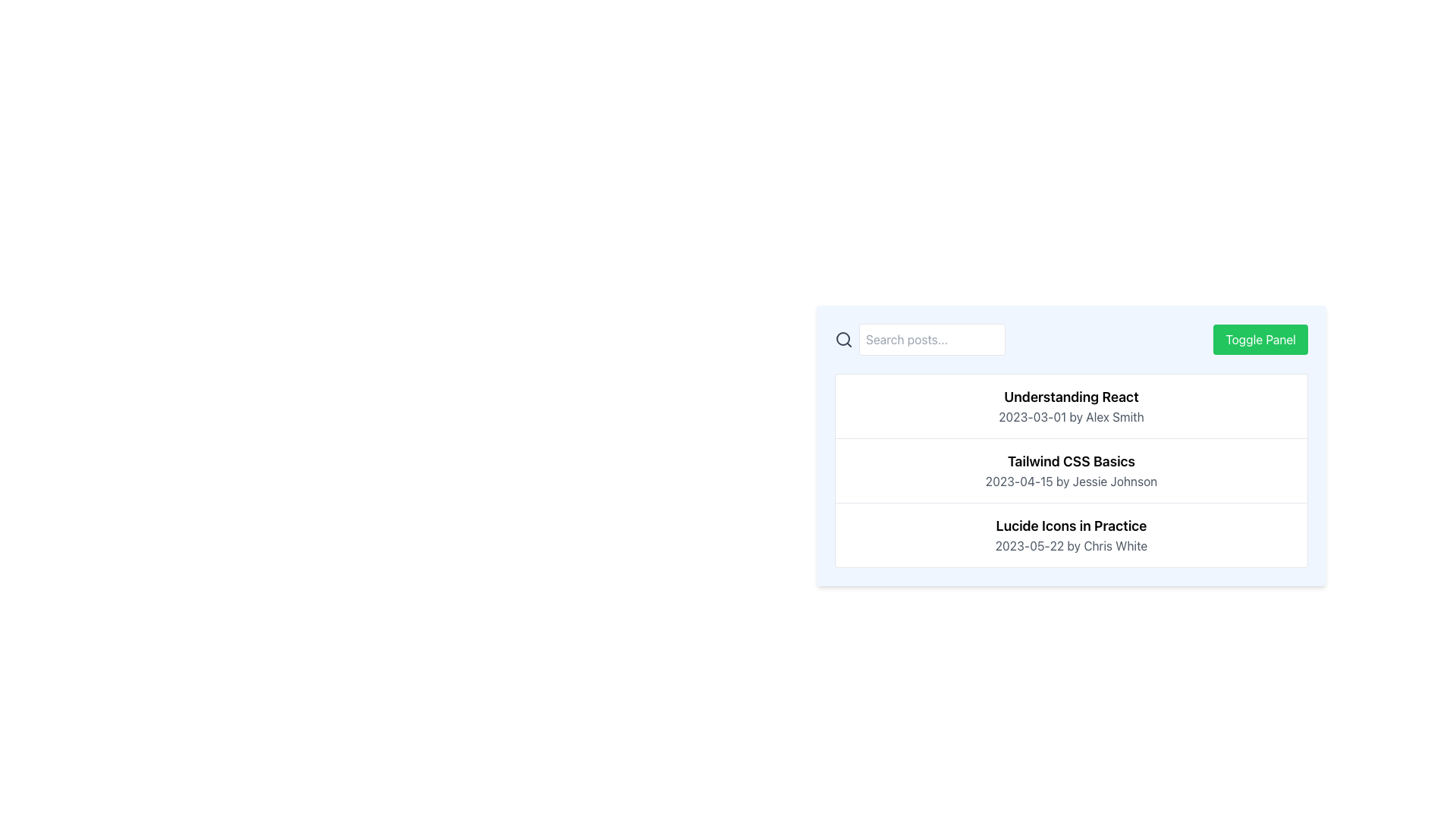 Image resolution: width=1456 pixels, height=819 pixels. What do you see at coordinates (1070, 417) in the screenshot?
I see `the Text label displaying metadata about the post 'Understanding React', which includes the publication date and author's name` at bounding box center [1070, 417].